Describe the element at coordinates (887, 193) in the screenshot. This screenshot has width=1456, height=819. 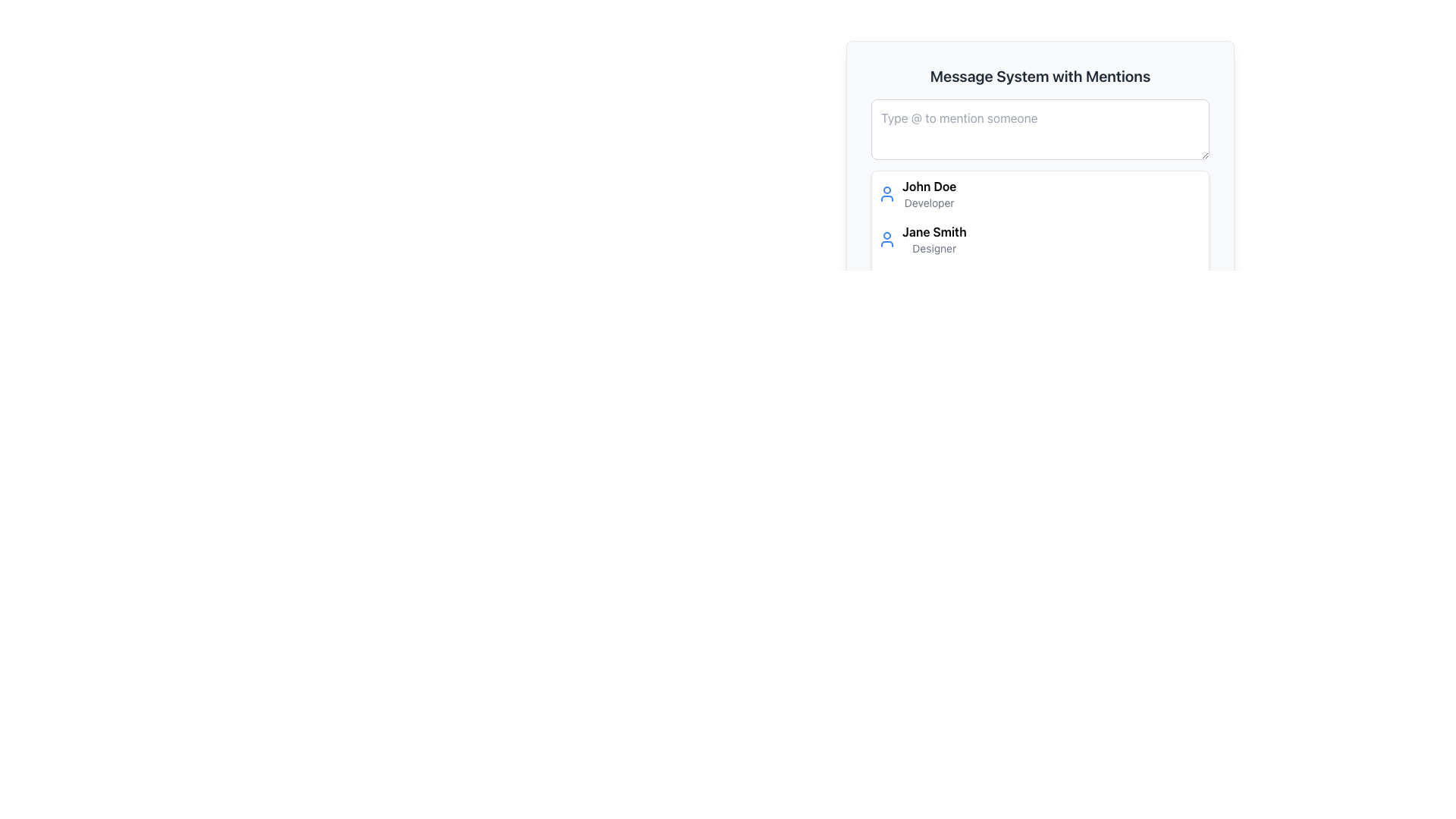
I see `the user profile icon associated with the 'John Doe' entry in the 'Message System with Mentions' interface, located at the left side of the 'John Doe Developer' entry` at that location.